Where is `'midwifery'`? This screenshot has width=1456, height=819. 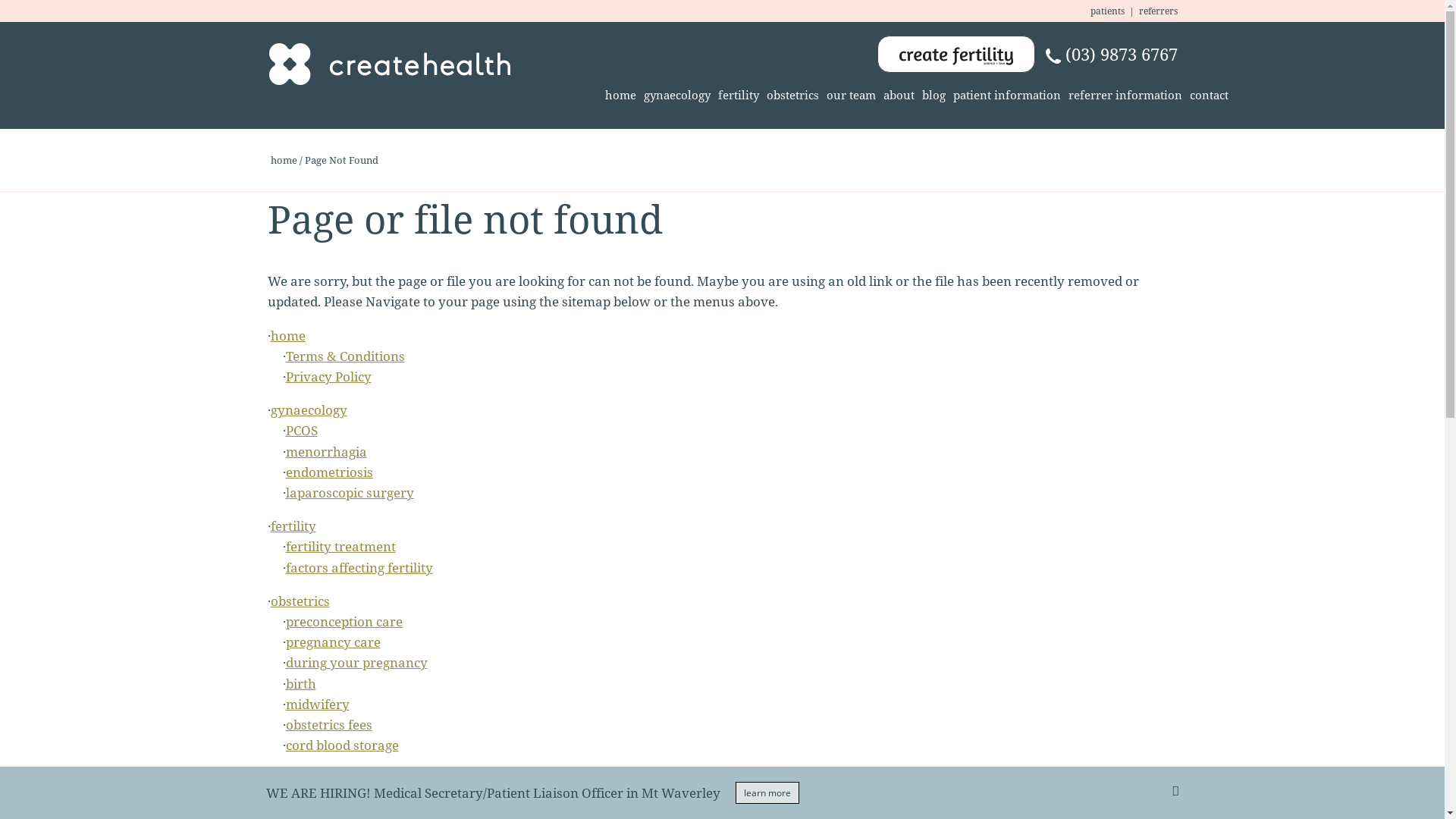 'midwifery' is located at coordinates (284, 704).